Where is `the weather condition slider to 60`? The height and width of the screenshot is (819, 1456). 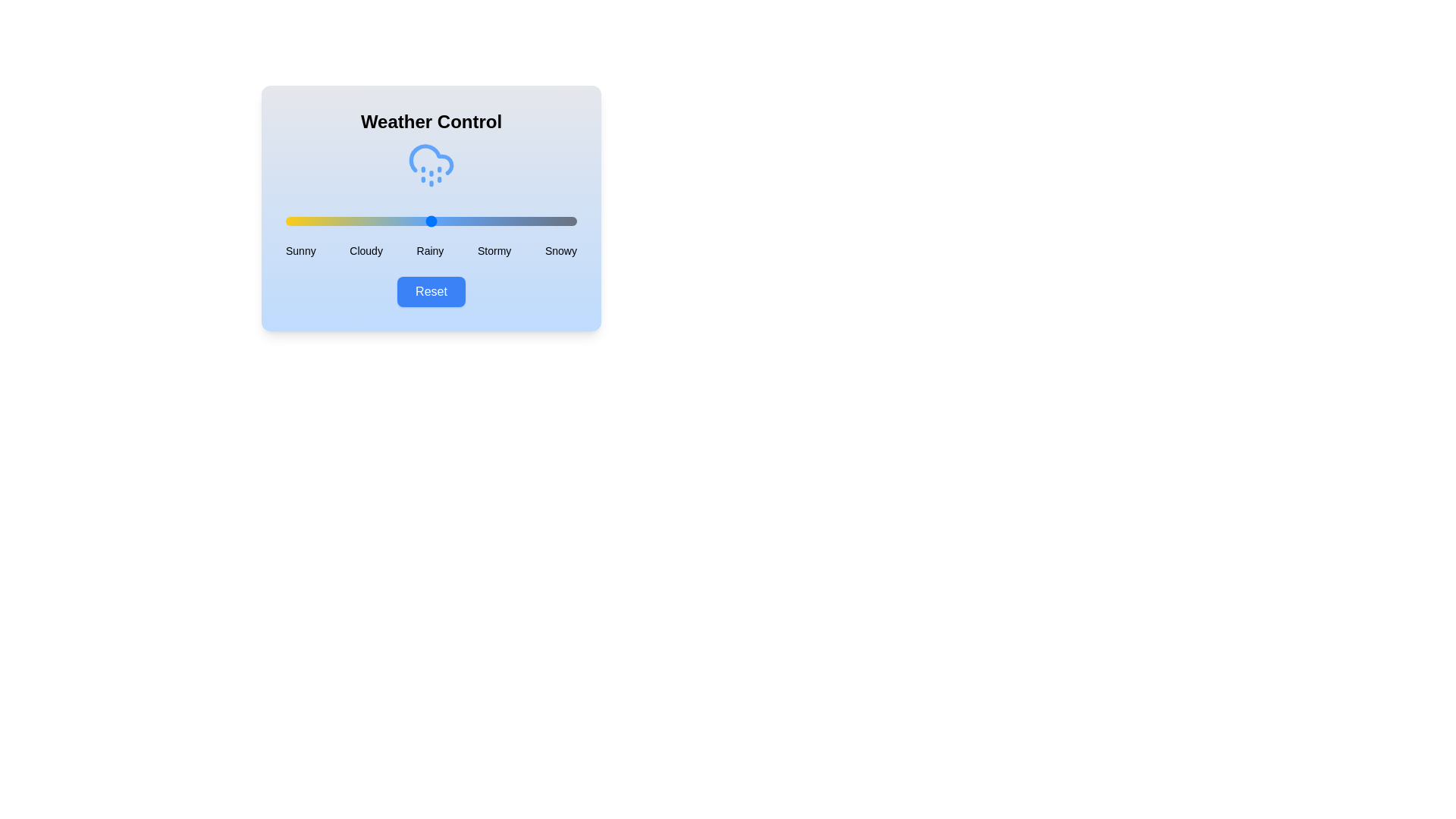
the weather condition slider to 60 is located at coordinates (460, 221).